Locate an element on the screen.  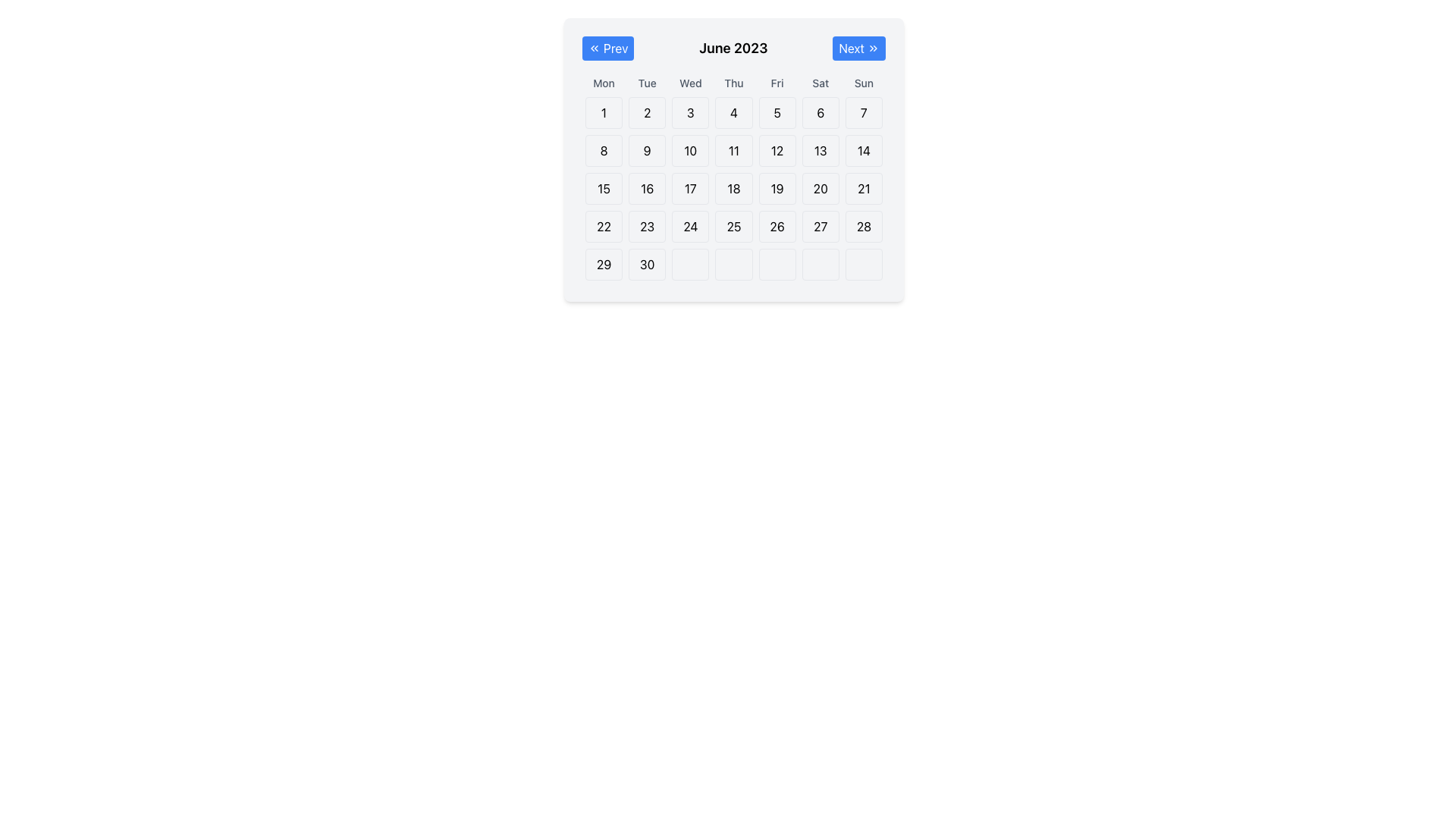
the last button in the last row of the calendar grid is located at coordinates (864, 263).